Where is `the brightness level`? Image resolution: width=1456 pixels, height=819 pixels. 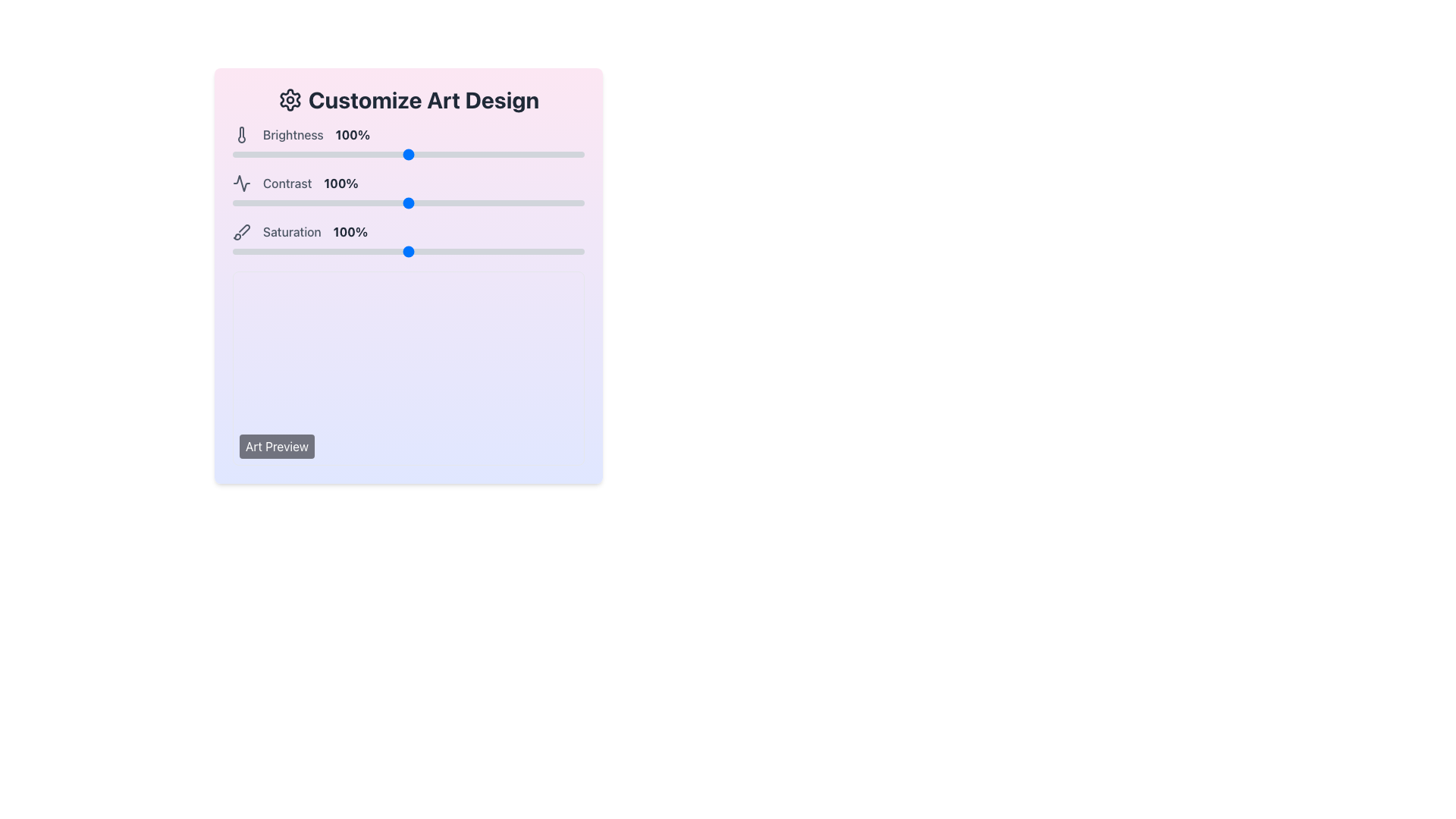 the brightness level is located at coordinates (289, 155).